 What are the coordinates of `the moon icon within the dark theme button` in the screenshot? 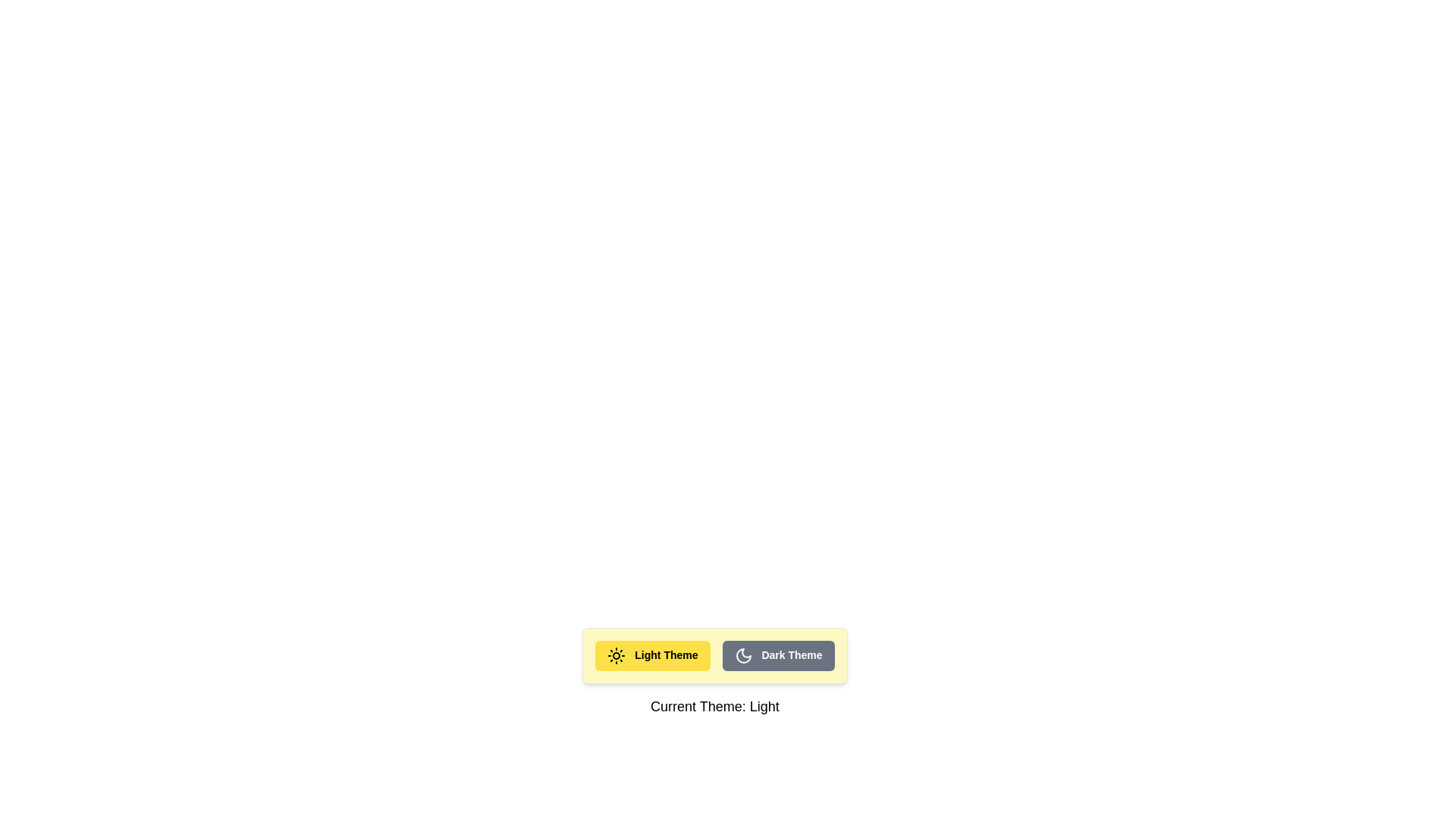 It's located at (743, 654).